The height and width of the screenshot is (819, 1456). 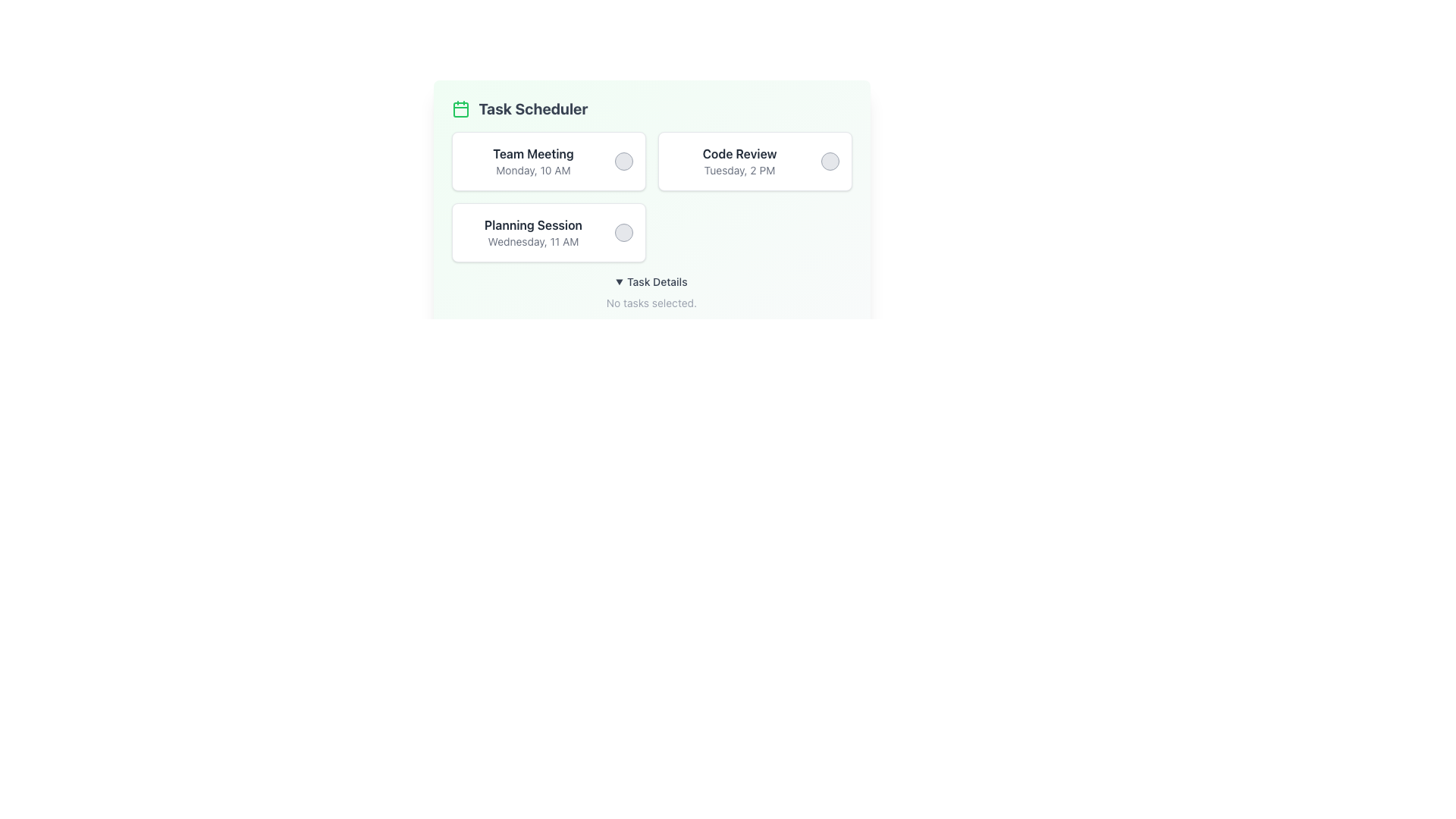 What do you see at coordinates (829, 161) in the screenshot?
I see `the selection button located in the top-right corner of the 'Code Review' card, adjacent to the text 'Tuesday, 2 PM'` at bounding box center [829, 161].